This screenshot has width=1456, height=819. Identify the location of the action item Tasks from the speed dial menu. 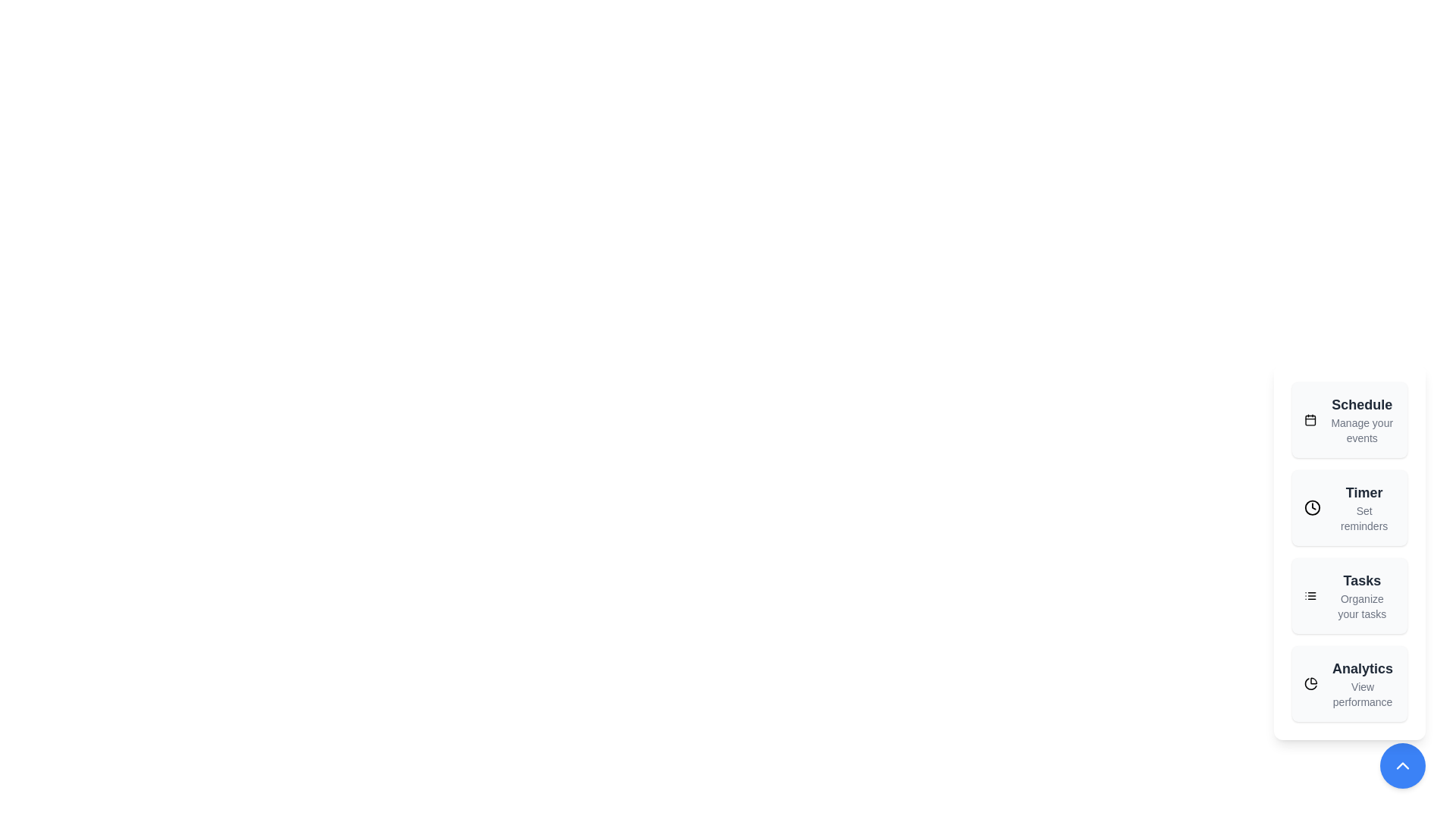
(1350, 595).